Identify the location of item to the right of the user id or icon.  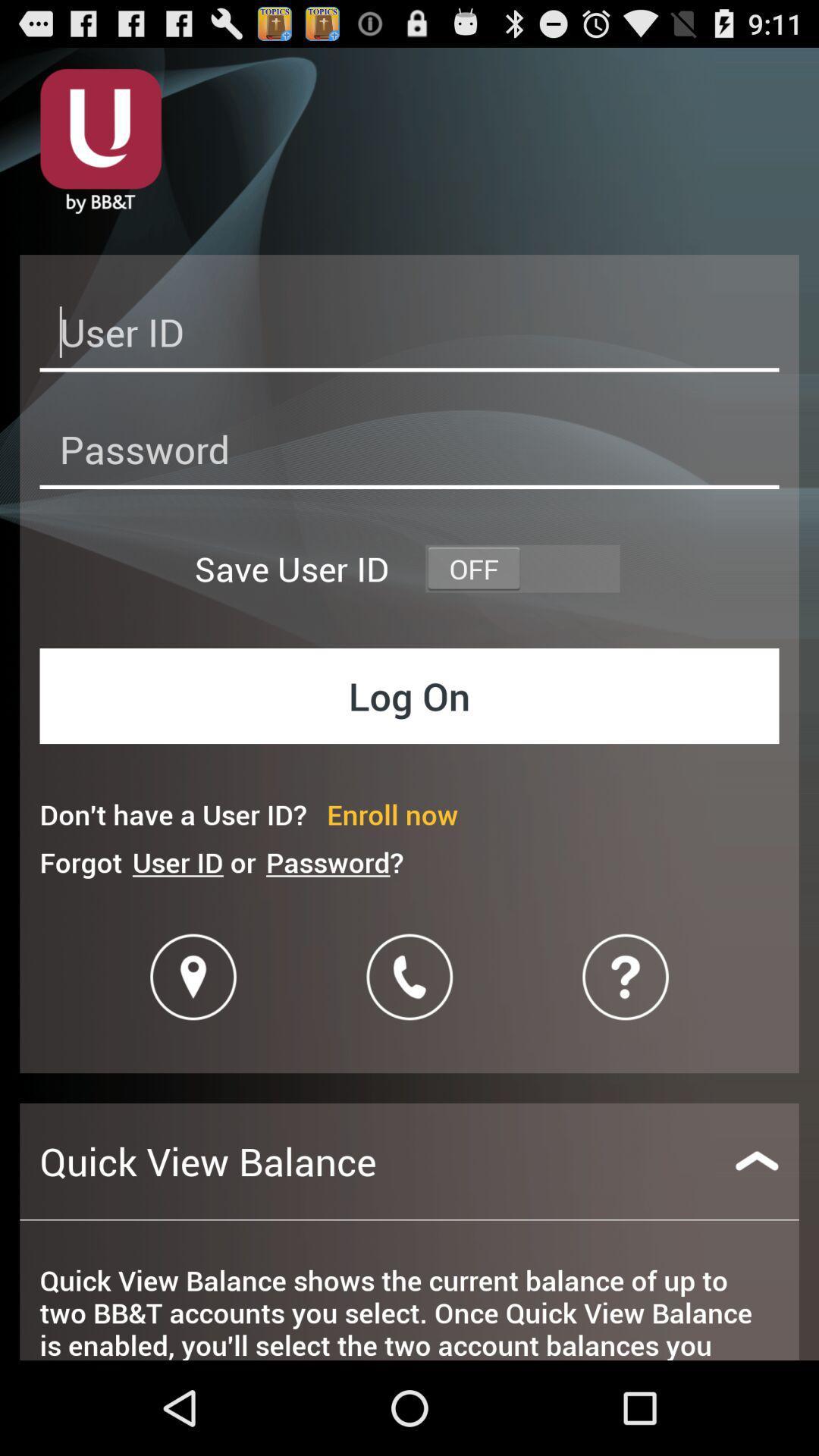
(334, 862).